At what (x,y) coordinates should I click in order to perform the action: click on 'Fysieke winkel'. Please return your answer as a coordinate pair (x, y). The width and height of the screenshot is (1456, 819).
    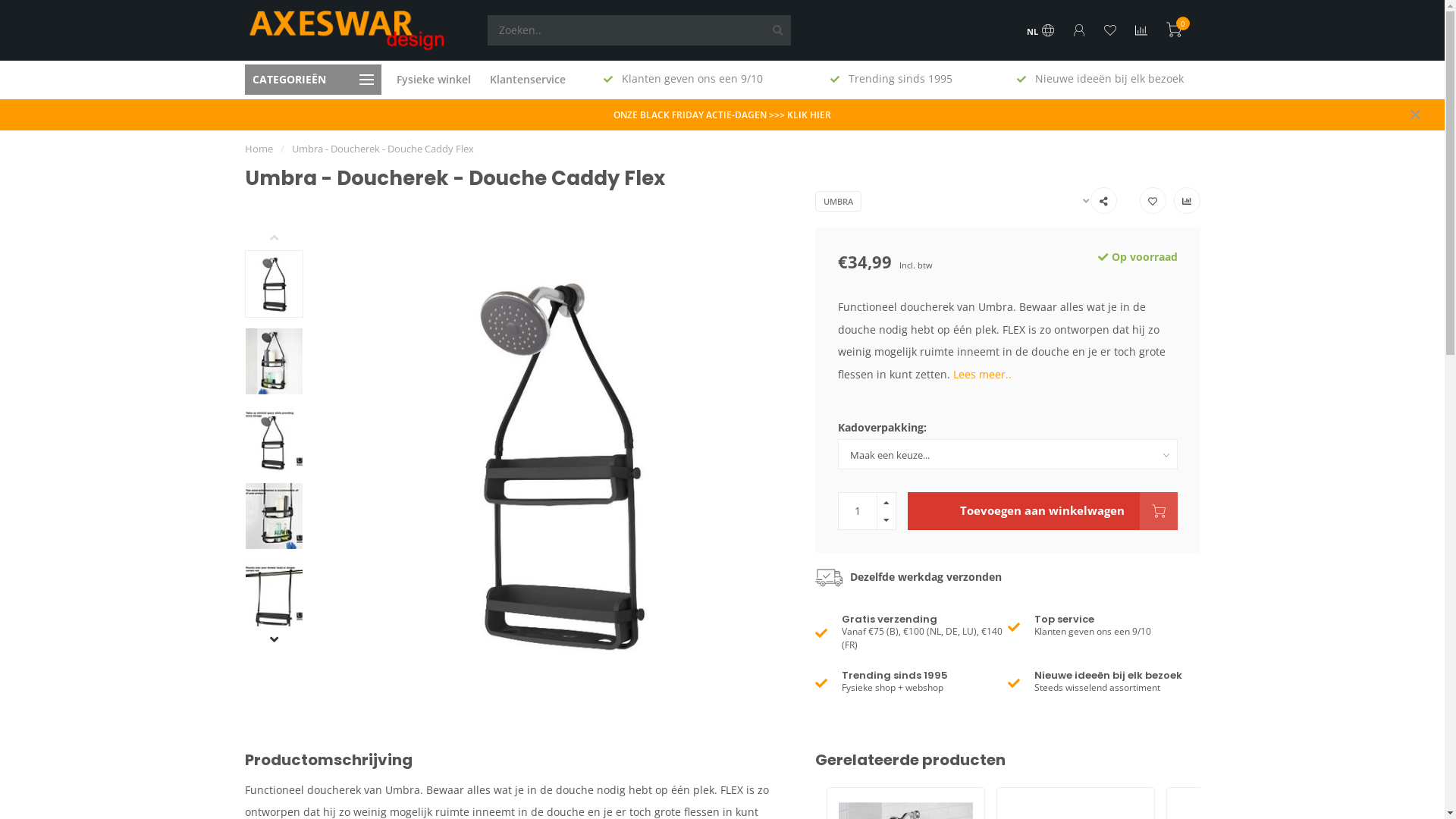
    Looking at the image, I should click on (432, 79).